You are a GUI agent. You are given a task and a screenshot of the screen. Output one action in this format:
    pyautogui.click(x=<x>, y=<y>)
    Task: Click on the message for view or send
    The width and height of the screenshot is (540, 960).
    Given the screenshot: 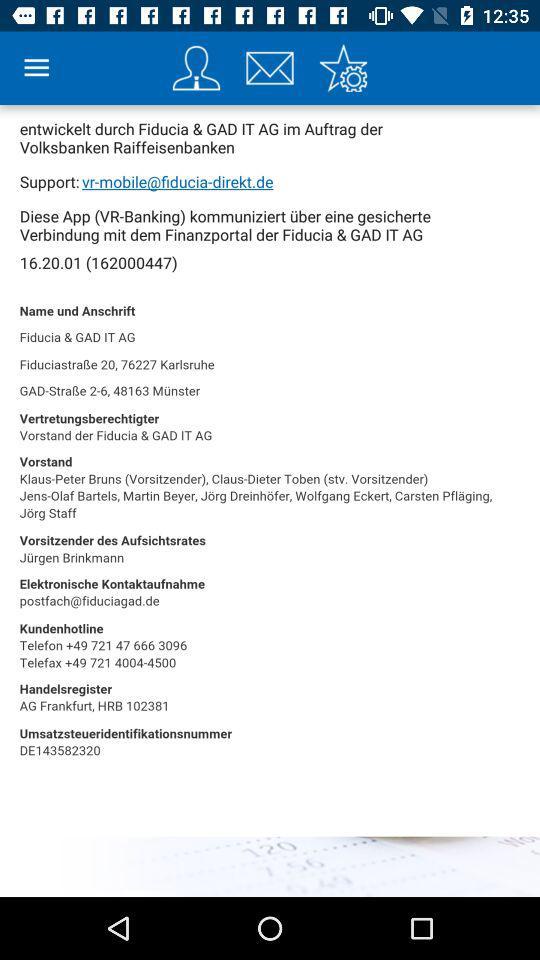 What is the action you would take?
    pyautogui.click(x=270, y=68)
    